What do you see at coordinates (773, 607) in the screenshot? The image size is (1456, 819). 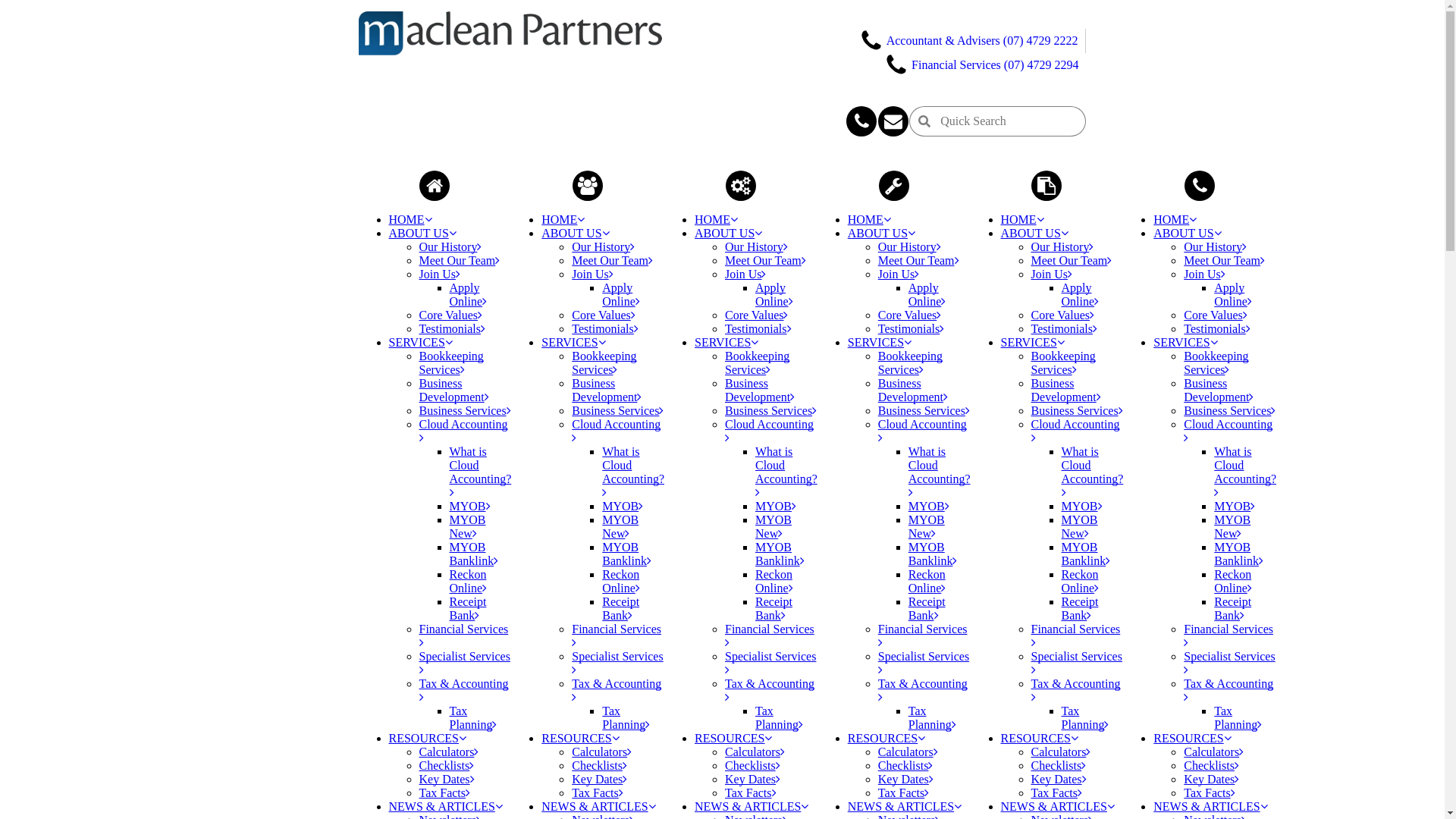 I see `'Receipt Bank'` at bounding box center [773, 607].